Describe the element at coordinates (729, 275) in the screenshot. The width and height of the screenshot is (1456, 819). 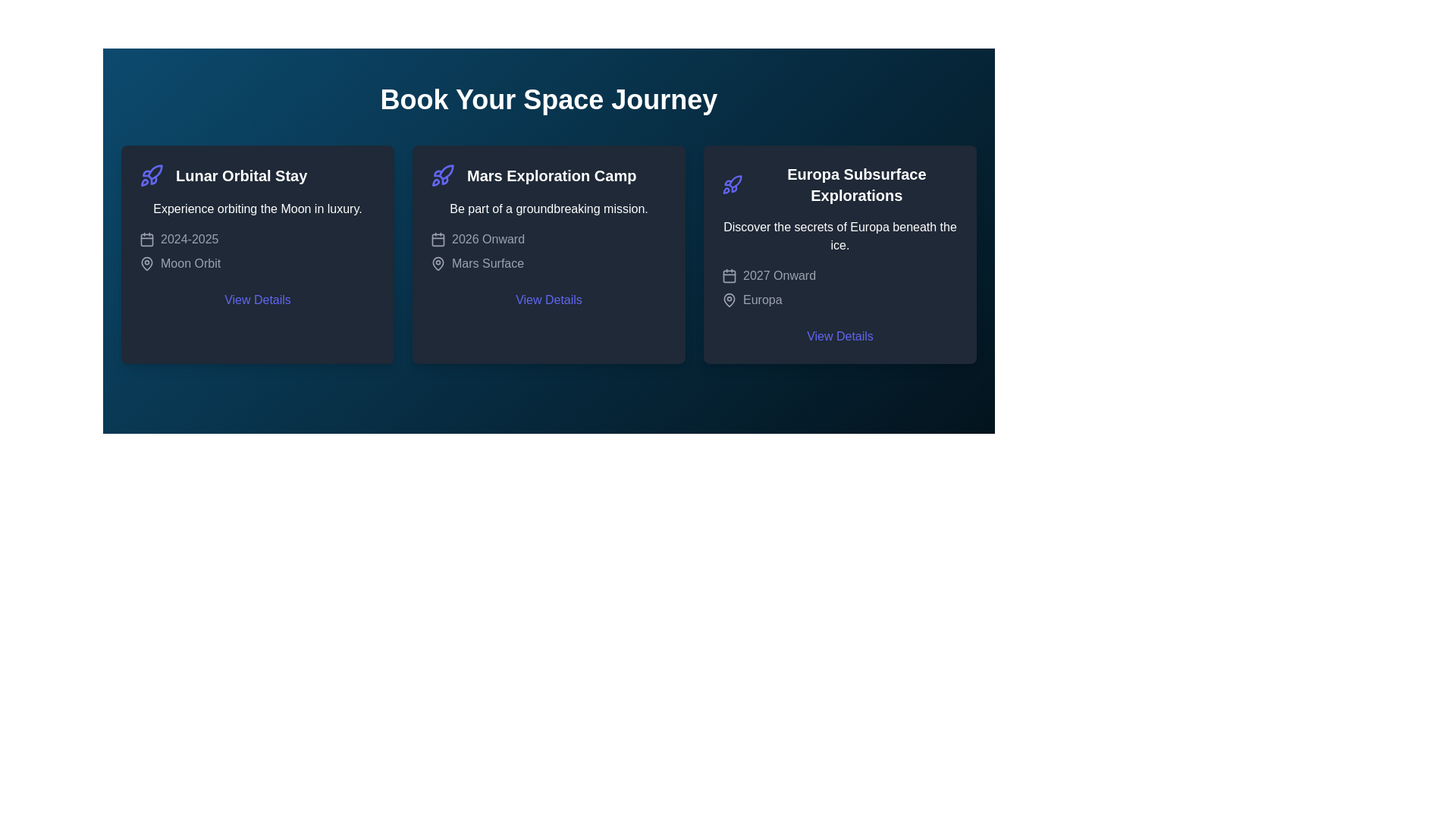
I see `the small gray calendar icon located to the left of the text '2027 Onward' within the 'Europa Subsurface Explorations' card to visually associate with date-related information` at that location.